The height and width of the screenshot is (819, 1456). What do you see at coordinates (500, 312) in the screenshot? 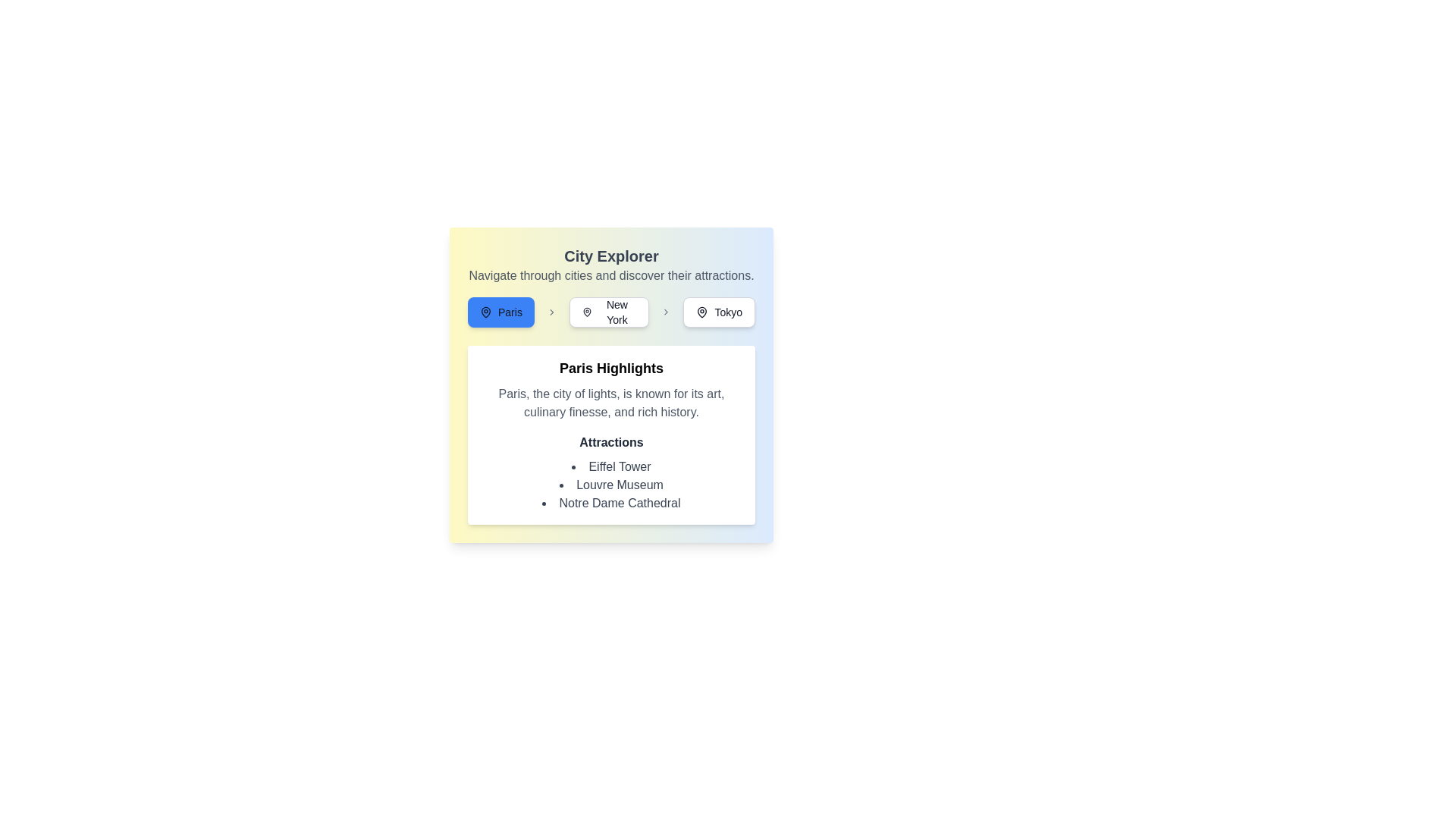
I see `the first button in the horizontally arranged list` at bounding box center [500, 312].